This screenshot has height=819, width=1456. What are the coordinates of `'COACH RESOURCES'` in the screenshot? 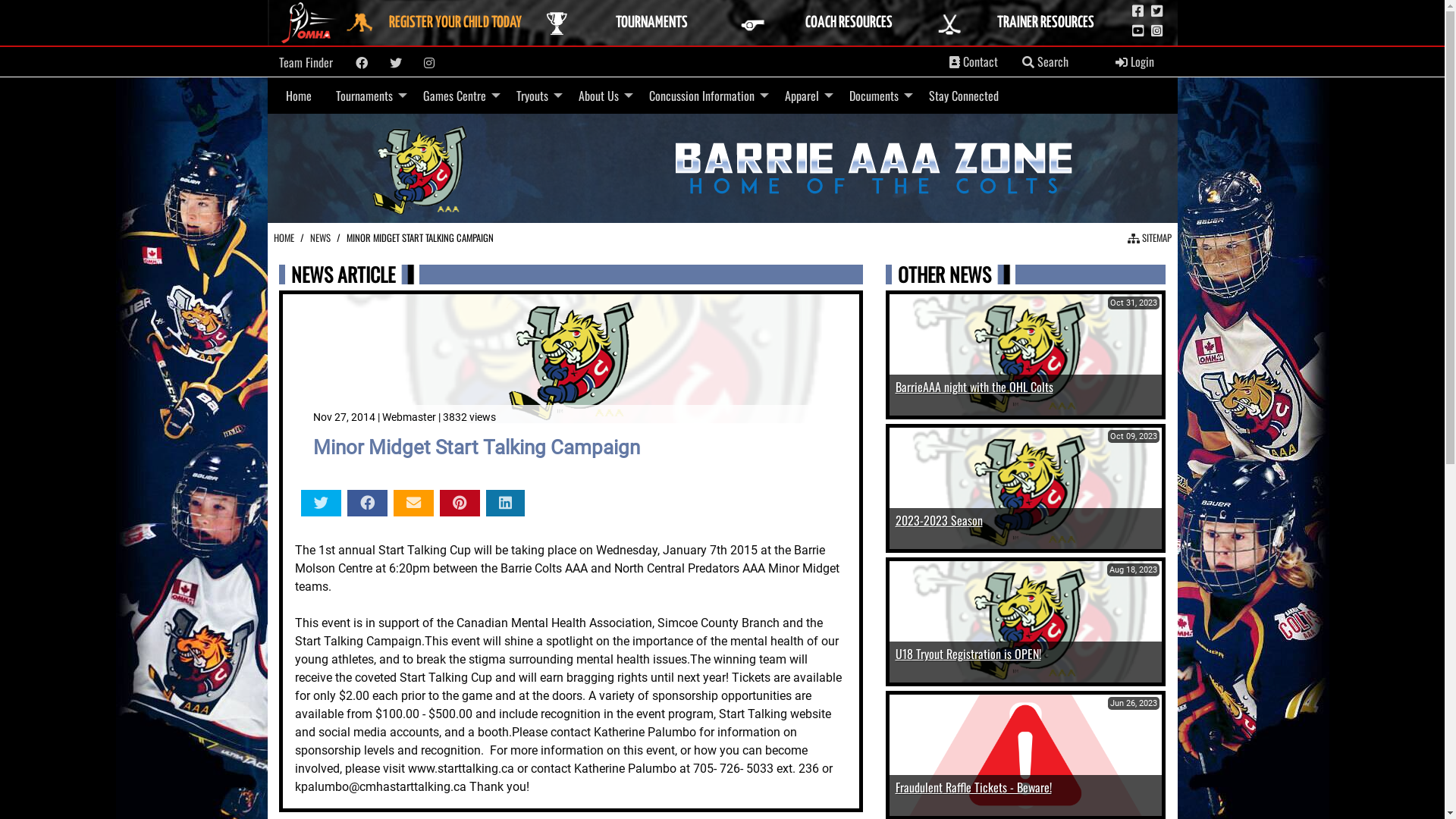 It's located at (832, 23).